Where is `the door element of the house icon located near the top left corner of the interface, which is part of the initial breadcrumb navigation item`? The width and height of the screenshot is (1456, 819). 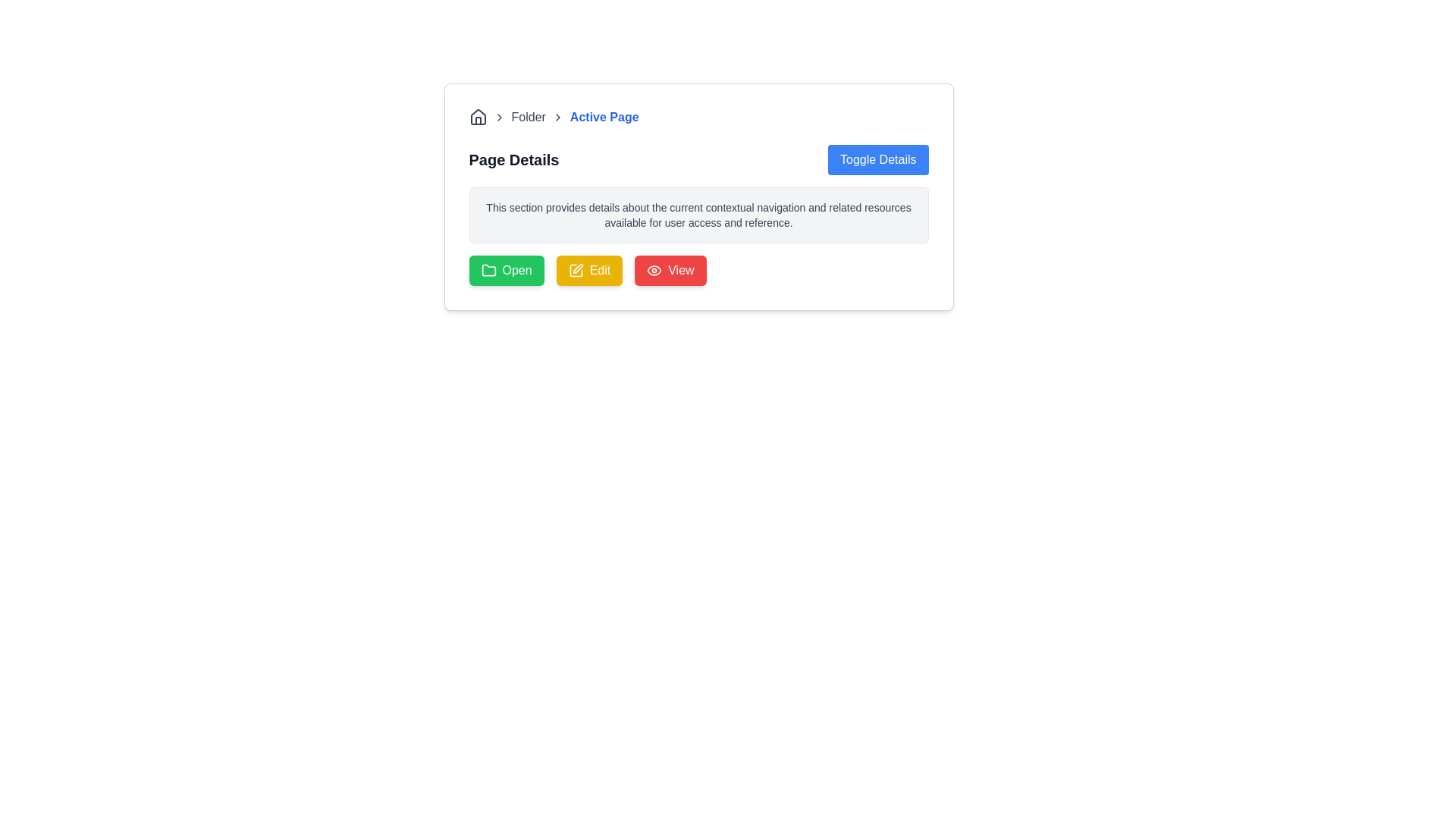 the door element of the house icon located near the top left corner of the interface, which is part of the initial breadcrumb navigation item is located at coordinates (477, 120).